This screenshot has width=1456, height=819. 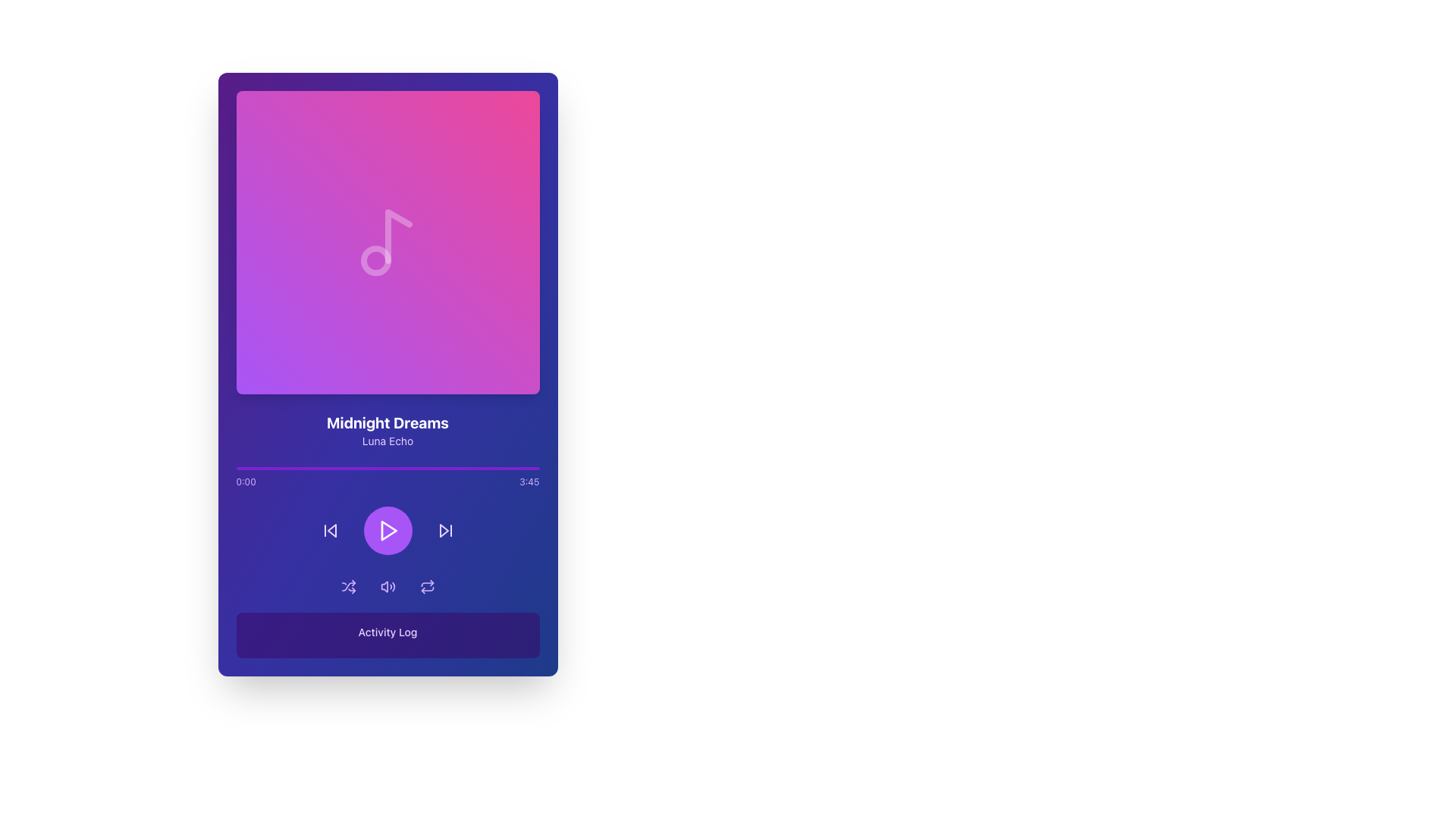 What do you see at coordinates (388, 482) in the screenshot?
I see `the time scale element located between the labels '0:00' and '3:45' on the blue background of the music player interface` at bounding box center [388, 482].